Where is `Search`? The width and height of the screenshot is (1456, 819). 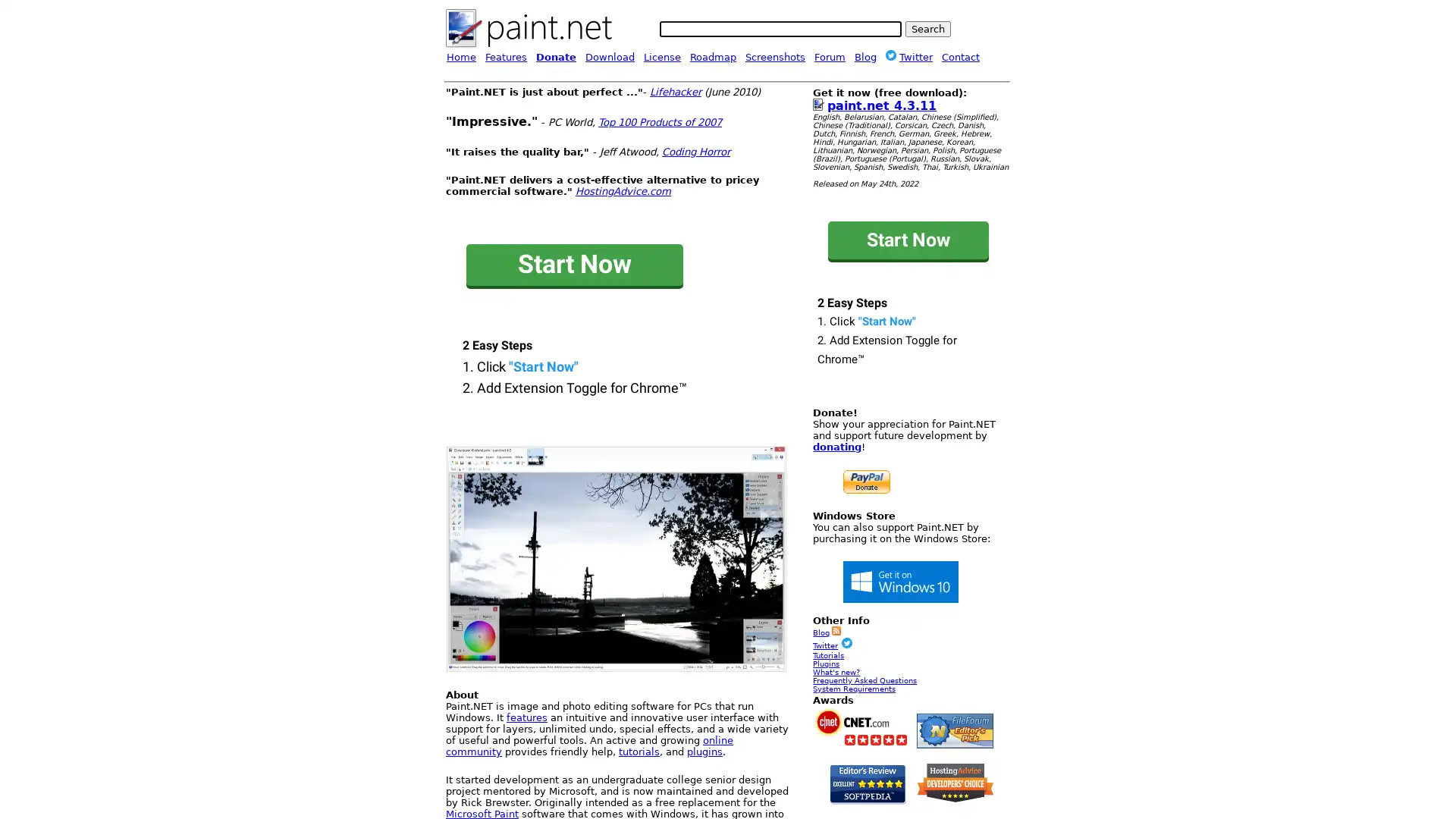
Search is located at coordinates (927, 29).